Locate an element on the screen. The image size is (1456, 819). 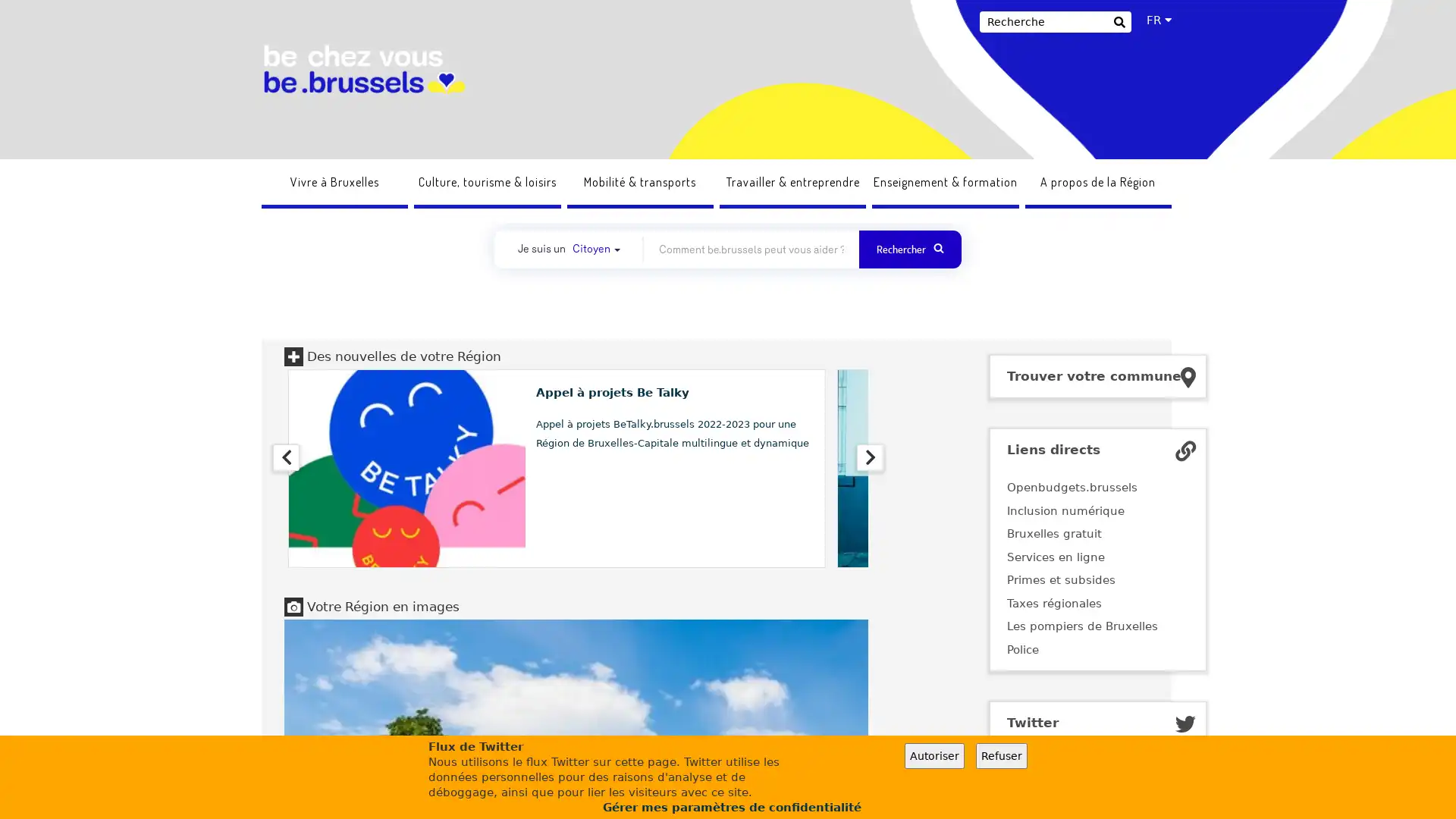
Rechercher is located at coordinates (1119, 24).